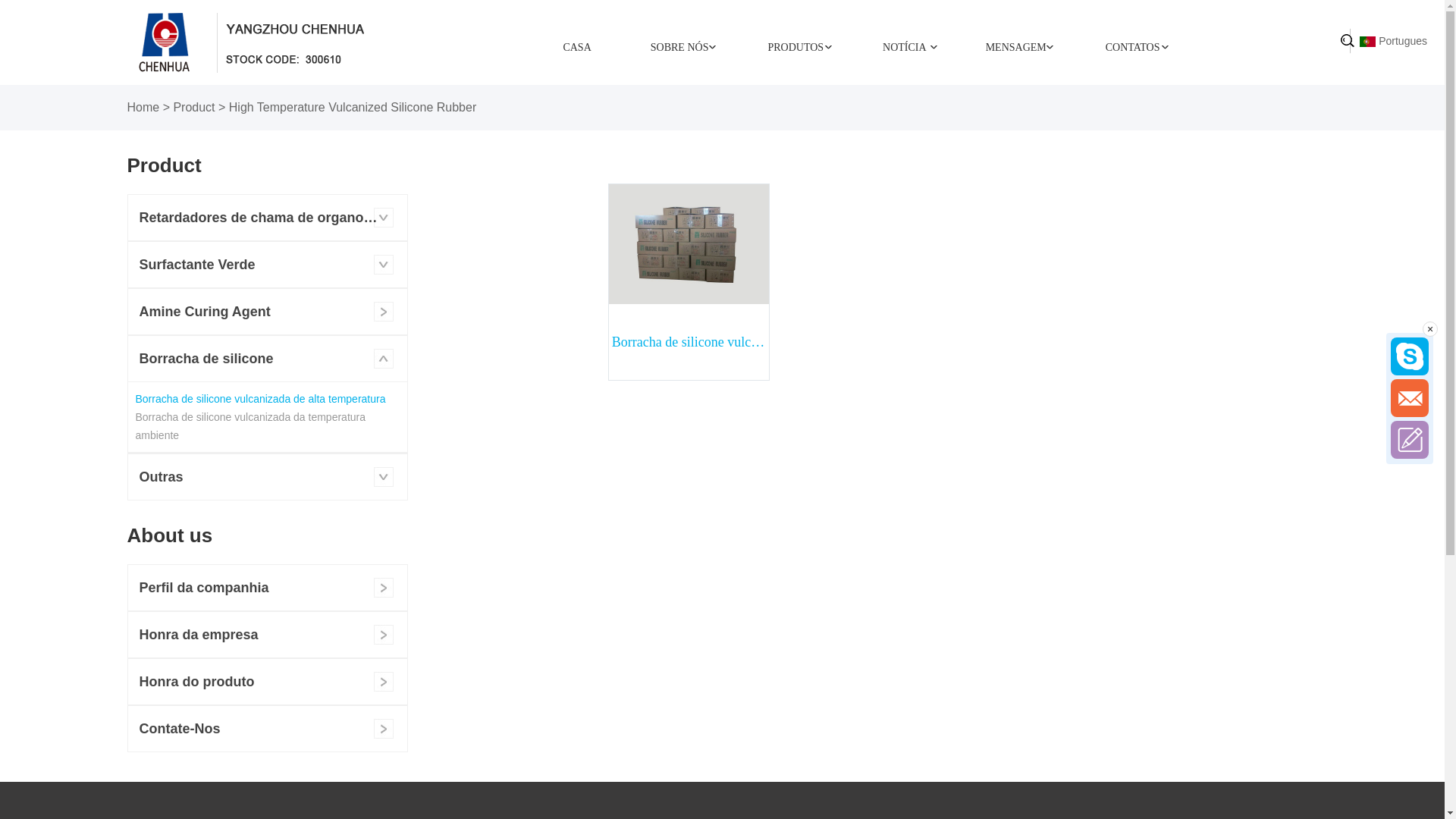 This screenshot has width=1456, height=819. What do you see at coordinates (1015, 45) in the screenshot?
I see `'MENSAGEM'` at bounding box center [1015, 45].